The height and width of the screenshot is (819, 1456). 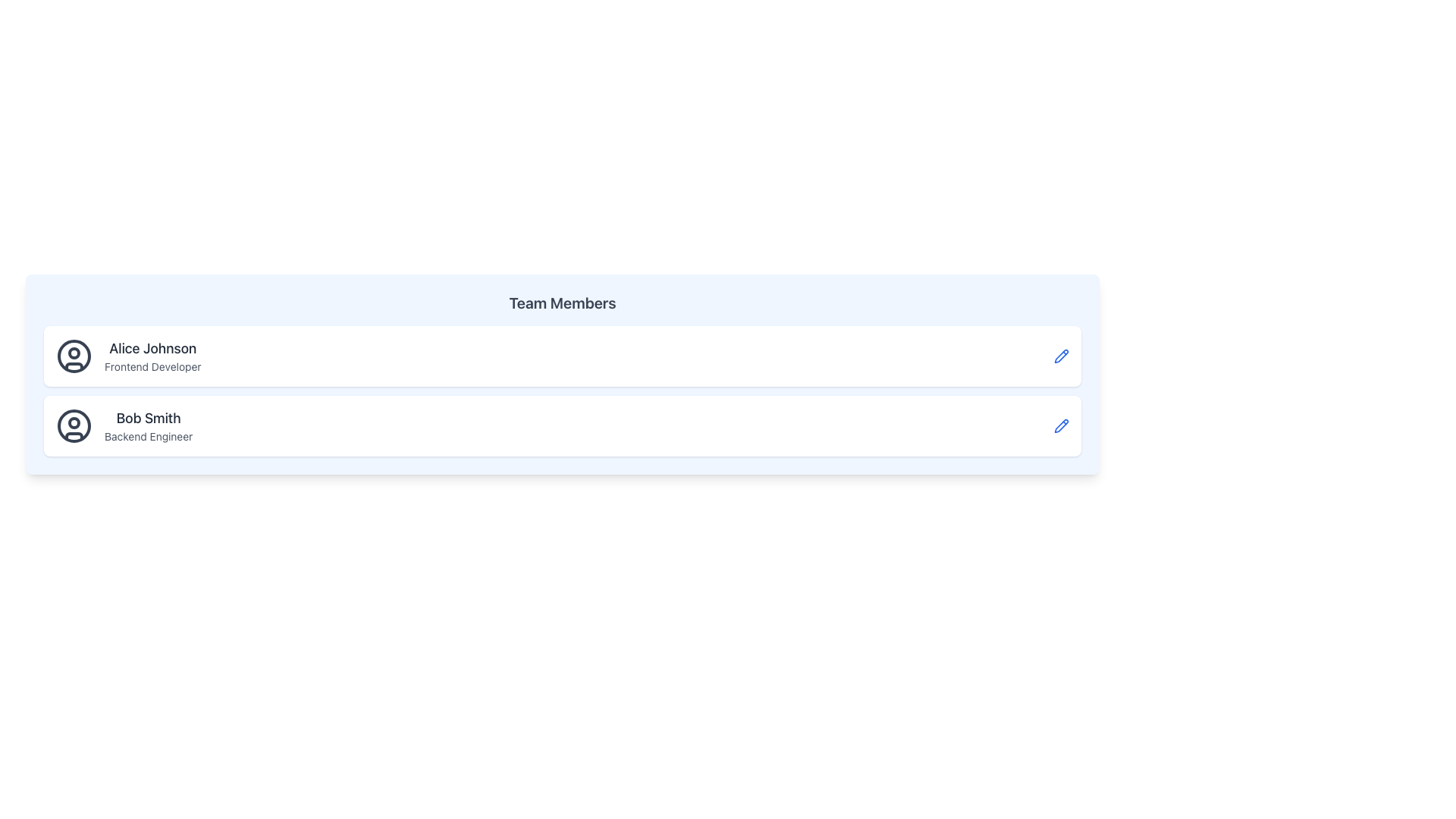 What do you see at coordinates (73, 426) in the screenshot?
I see `properties of the outermost circular border SVG Circle representing the profile of 'Bob Smith,' the second entry in the 'Team Members' list, using development tools` at bounding box center [73, 426].